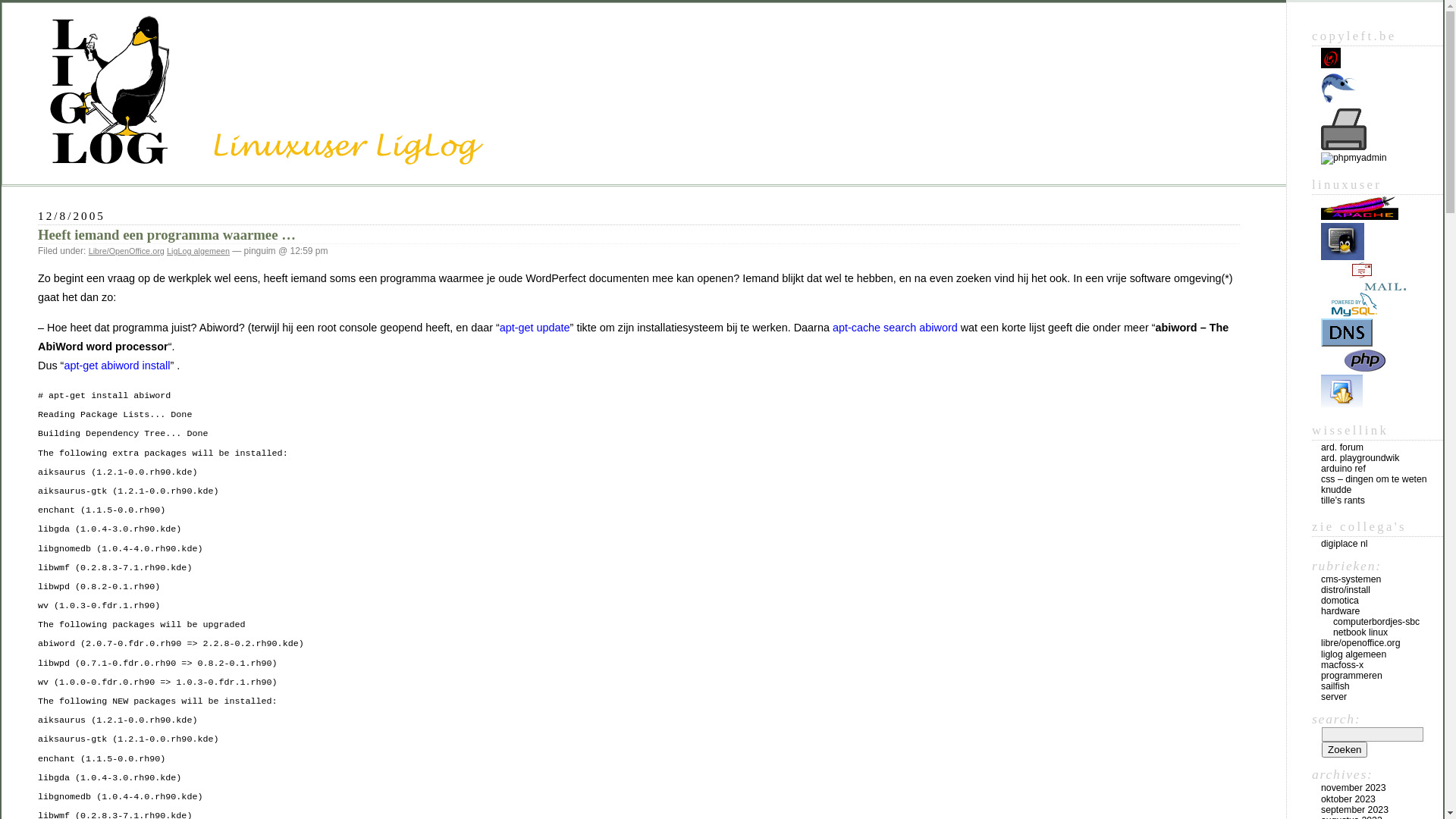  I want to click on 'distro/install', so click(1345, 589).